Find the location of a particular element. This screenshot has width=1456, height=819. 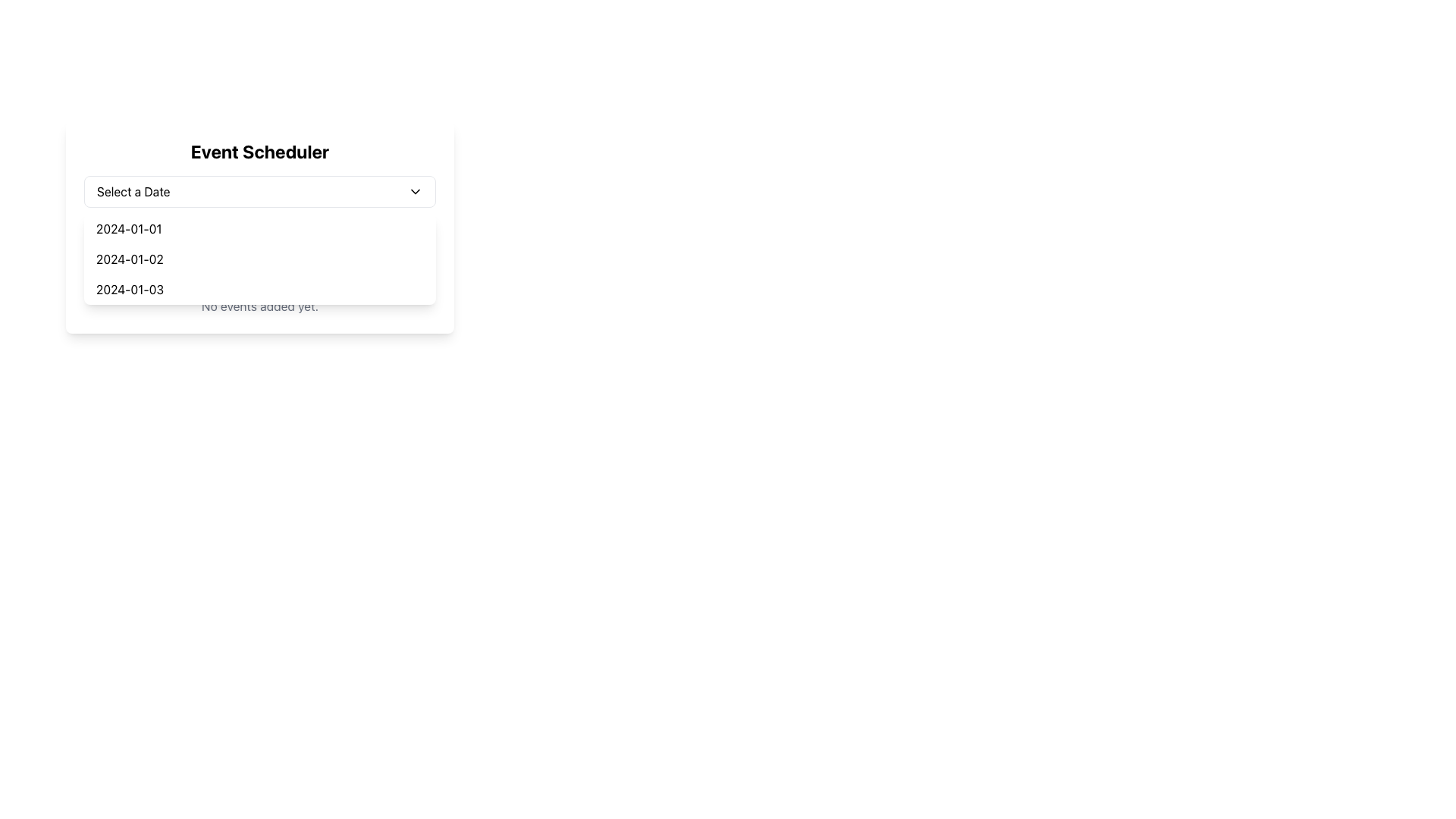

the list item in the dropdown menu is located at coordinates (259, 289).